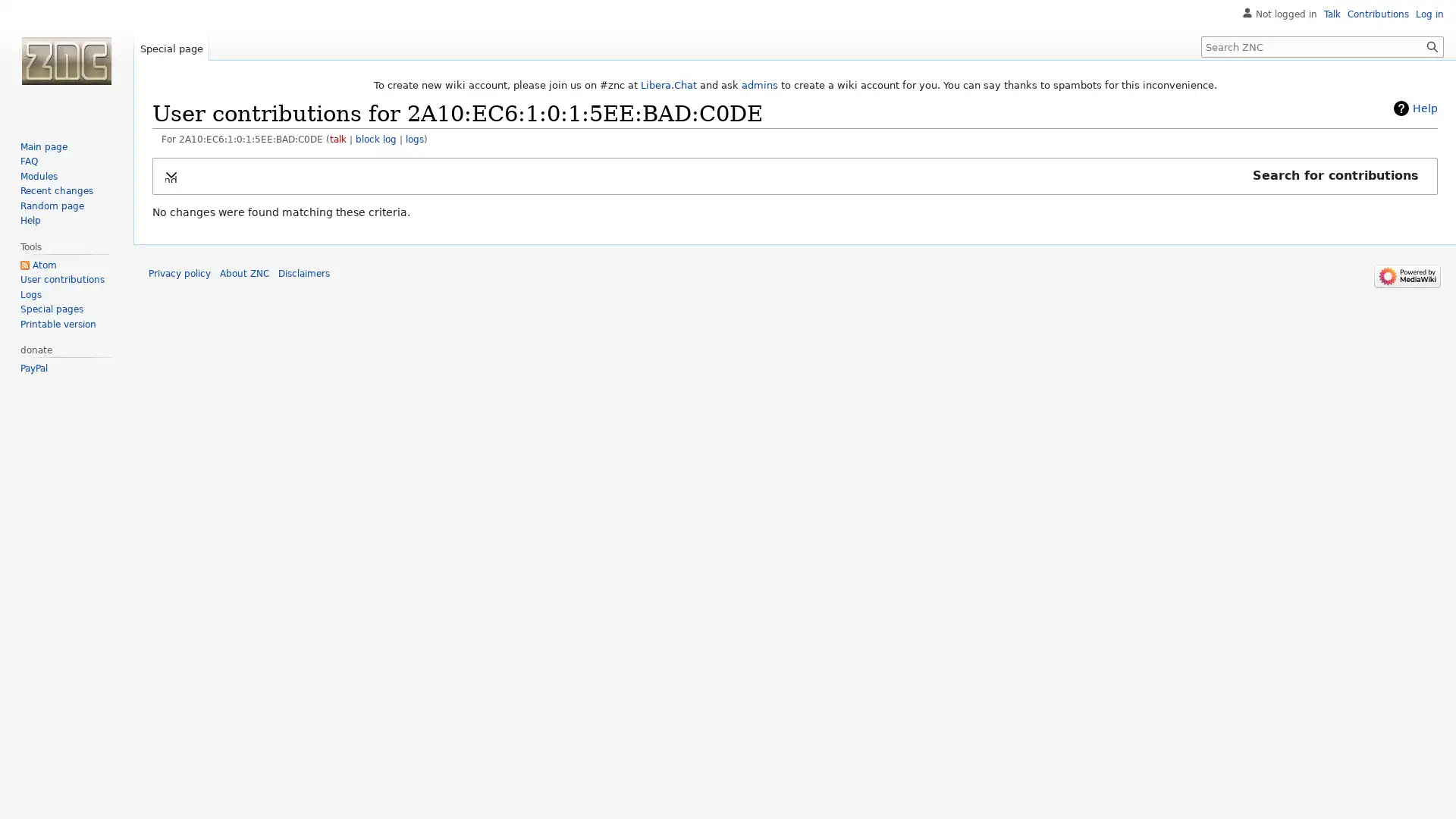  Describe the element at coordinates (1432, 45) in the screenshot. I see `Go` at that location.